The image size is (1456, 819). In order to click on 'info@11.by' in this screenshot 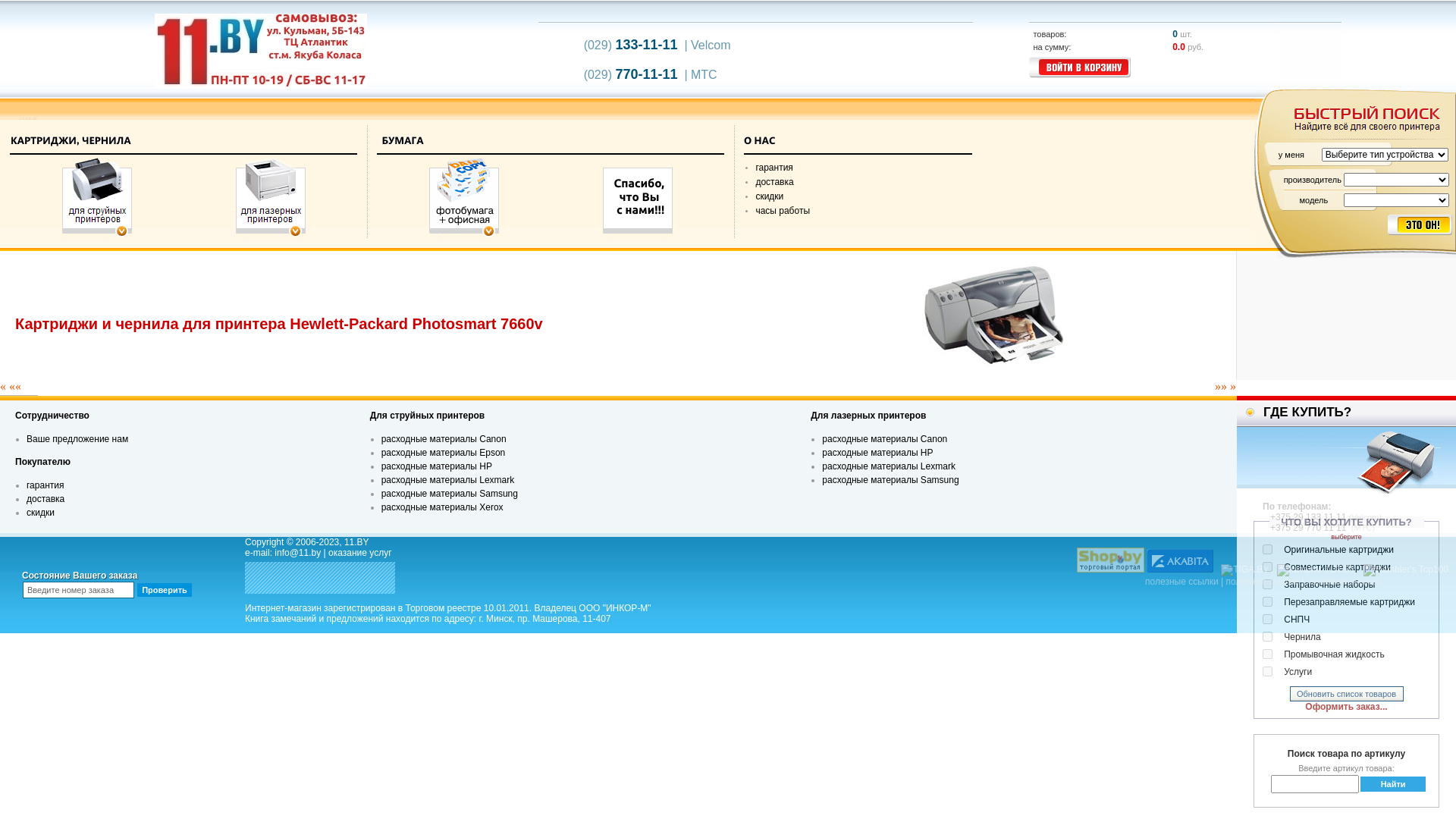, I will do `click(274, 553)`.